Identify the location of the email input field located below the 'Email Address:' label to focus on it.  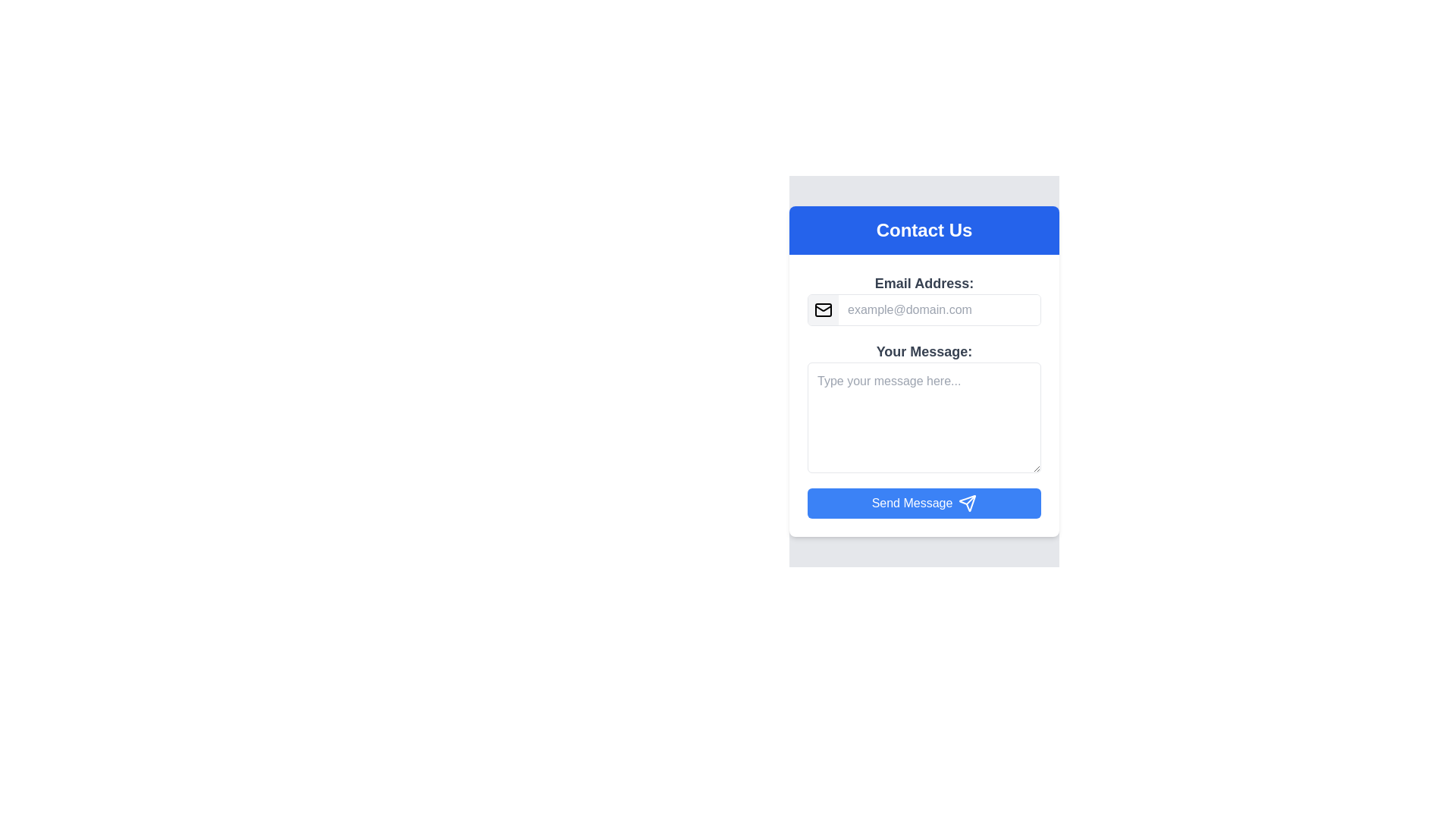
(938, 309).